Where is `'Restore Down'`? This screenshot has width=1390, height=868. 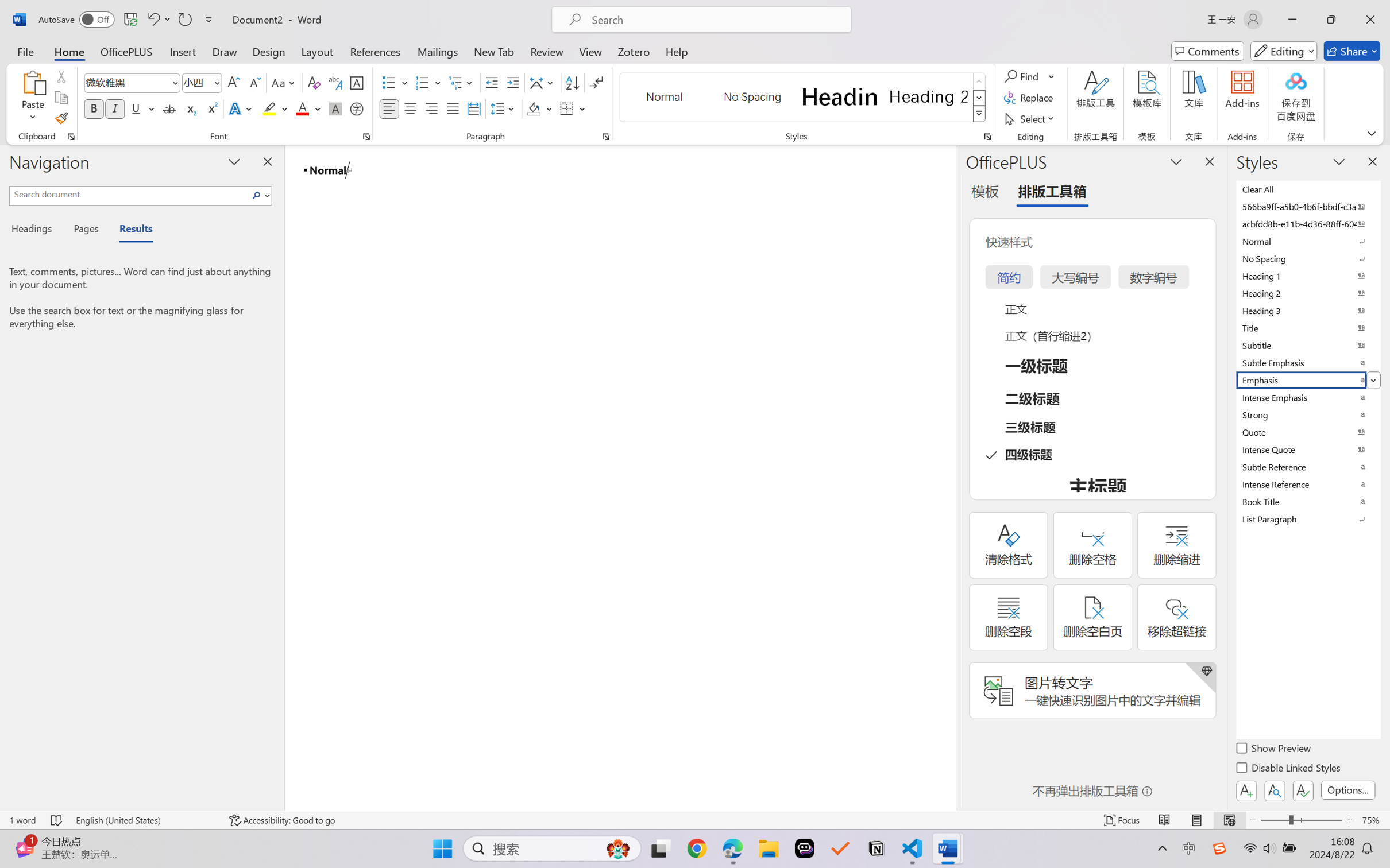
'Restore Down' is located at coordinates (1331, 19).